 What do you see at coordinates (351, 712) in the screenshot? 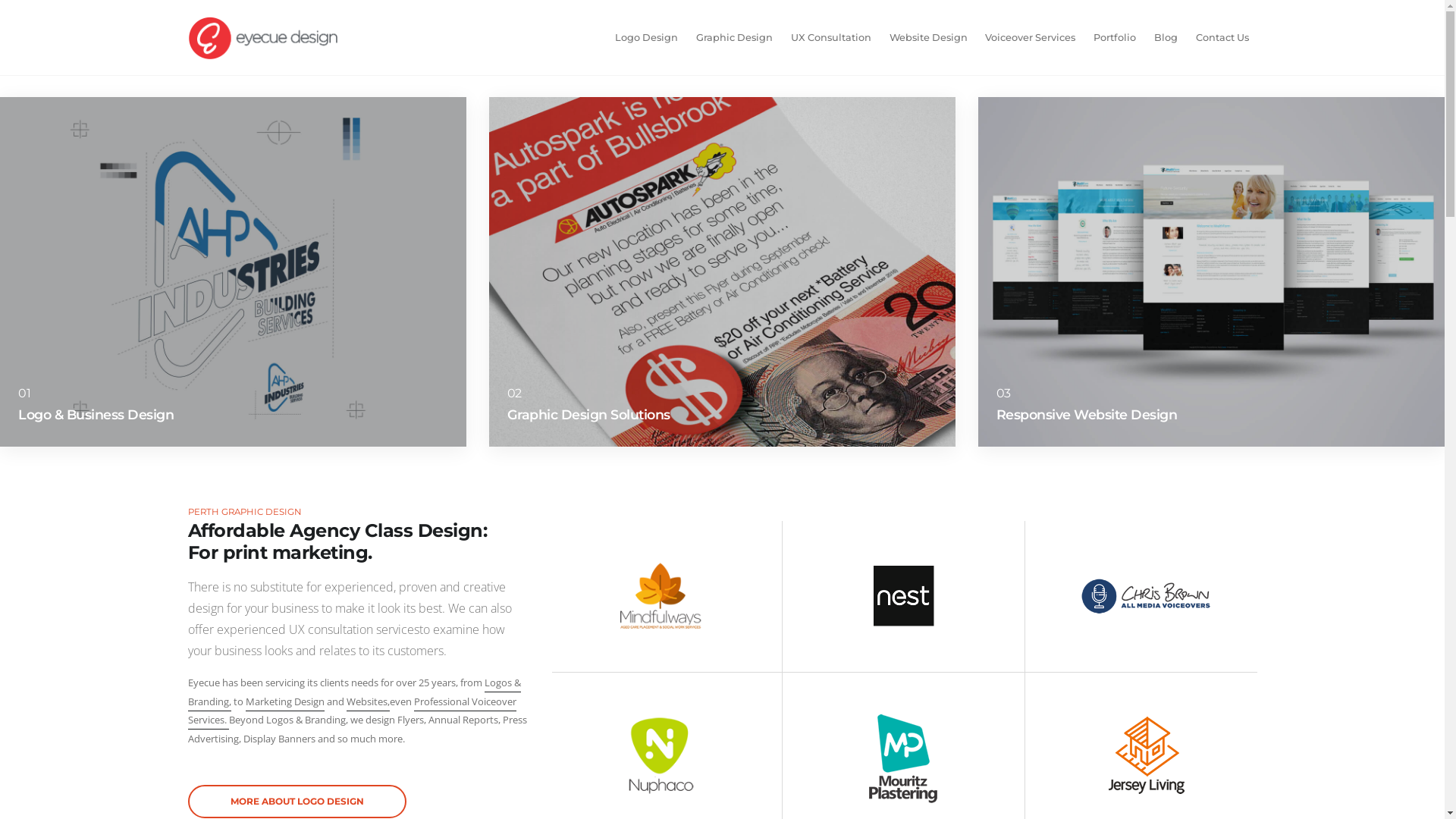
I see `'Professional Voiceover Services.'` at bounding box center [351, 712].